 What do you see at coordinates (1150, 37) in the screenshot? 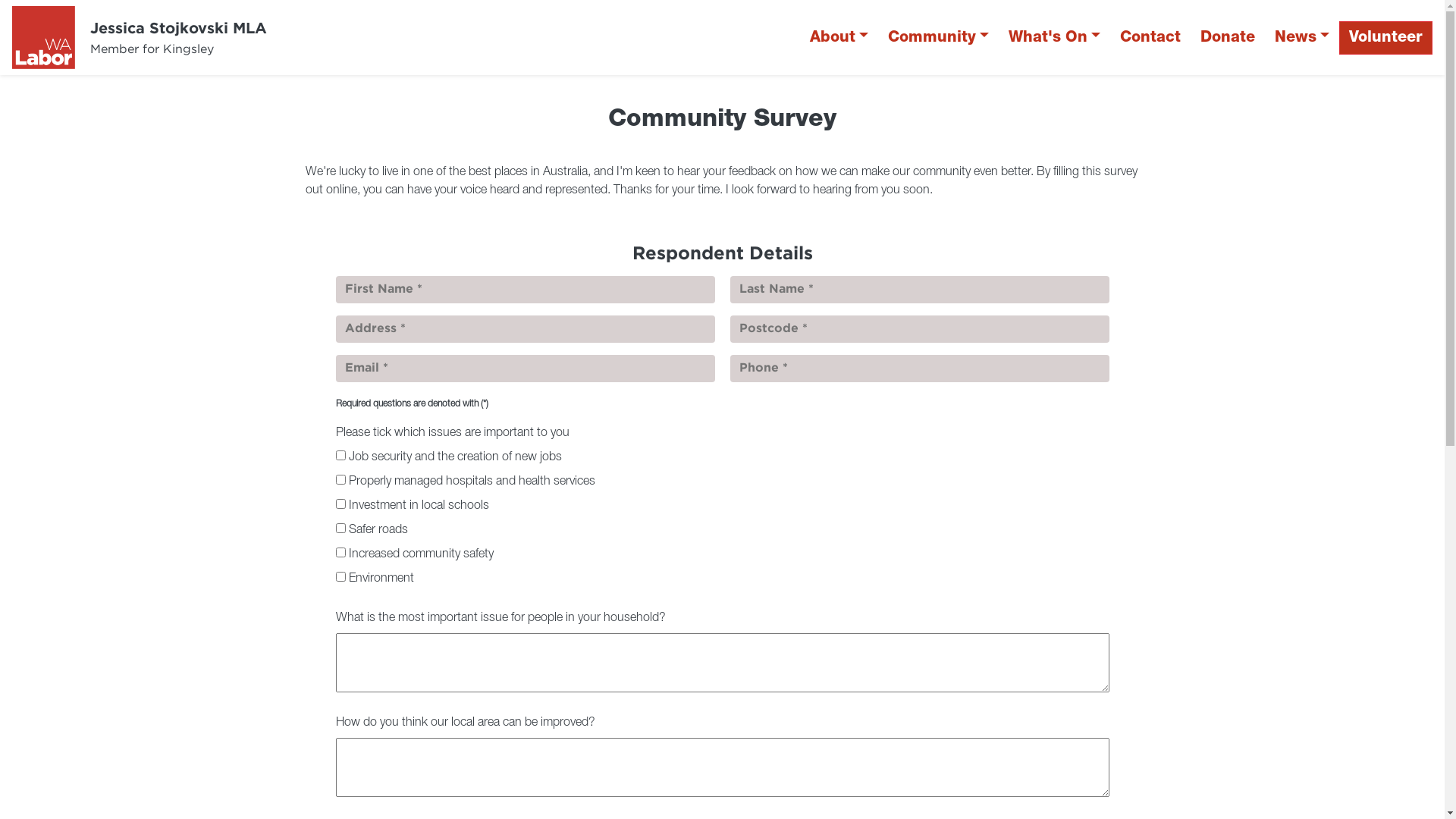
I see `'Contact'` at bounding box center [1150, 37].